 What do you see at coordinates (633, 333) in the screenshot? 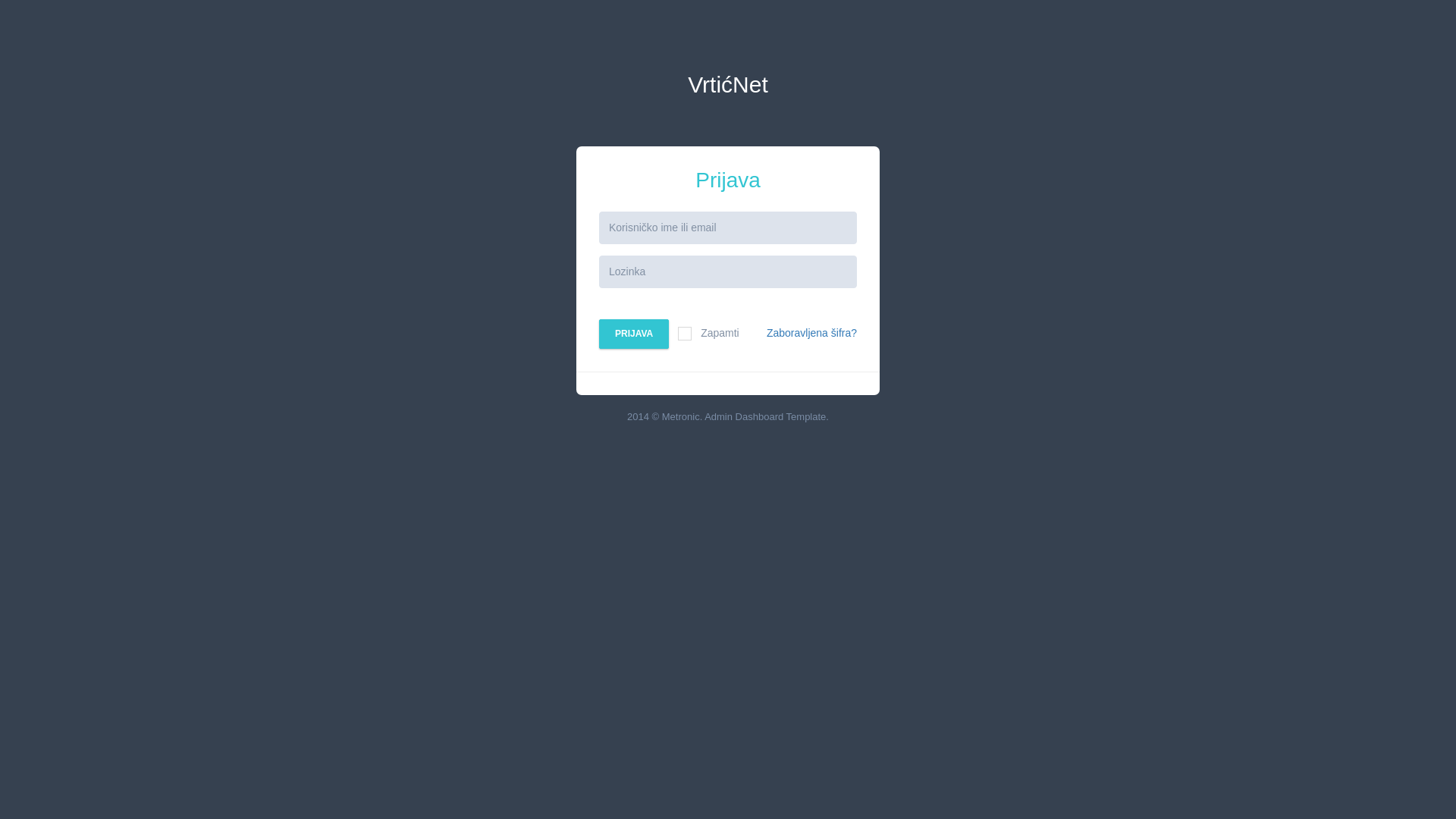
I see `'PRIJAVA'` at bounding box center [633, 333].